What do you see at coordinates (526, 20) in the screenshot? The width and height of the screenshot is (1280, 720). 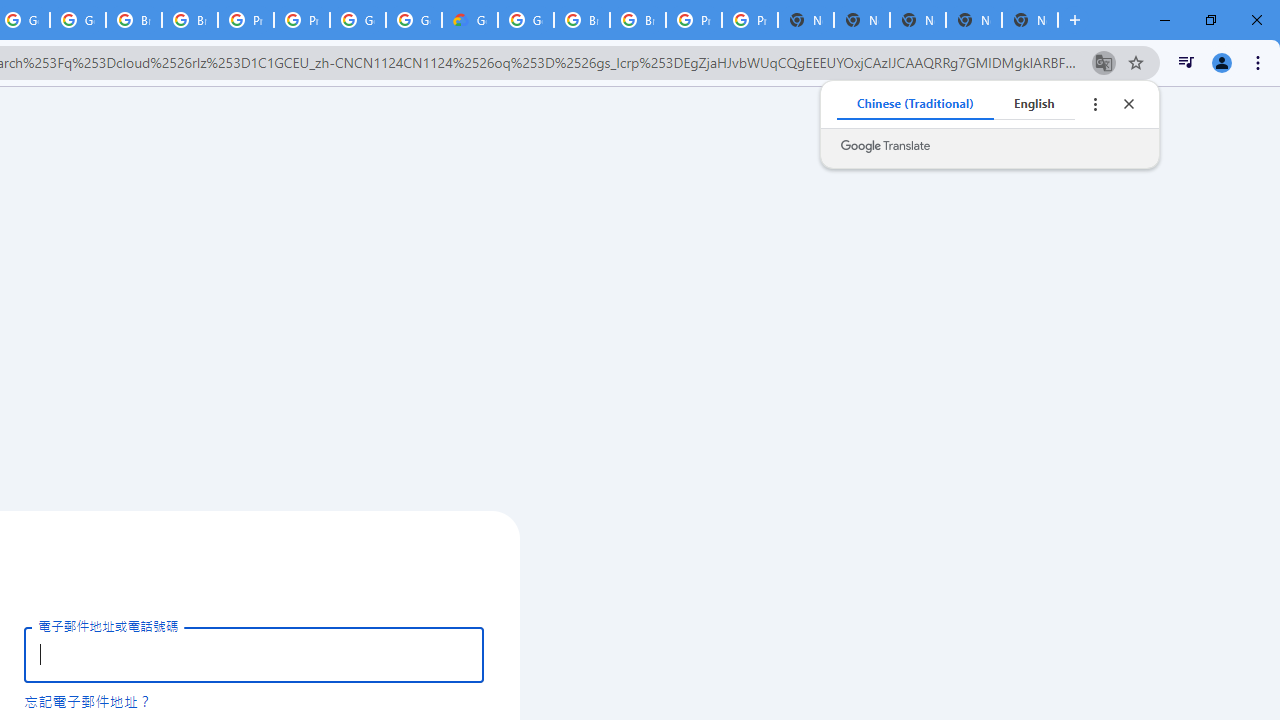 I see `'Google Cloud Platform'` at bounding box center [526, 20].